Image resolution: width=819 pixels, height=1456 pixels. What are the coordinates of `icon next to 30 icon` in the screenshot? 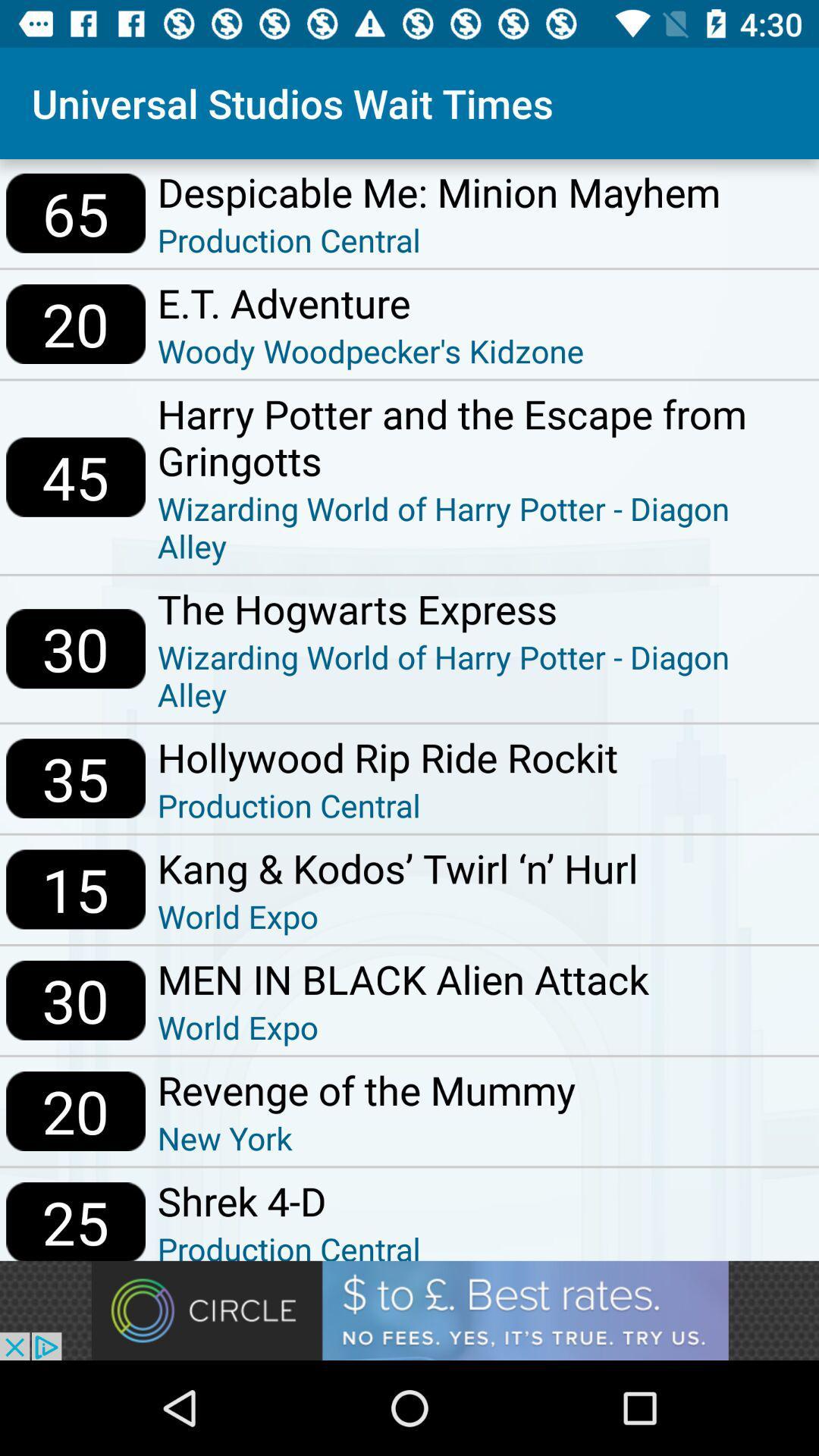 It's located at (482, 608).